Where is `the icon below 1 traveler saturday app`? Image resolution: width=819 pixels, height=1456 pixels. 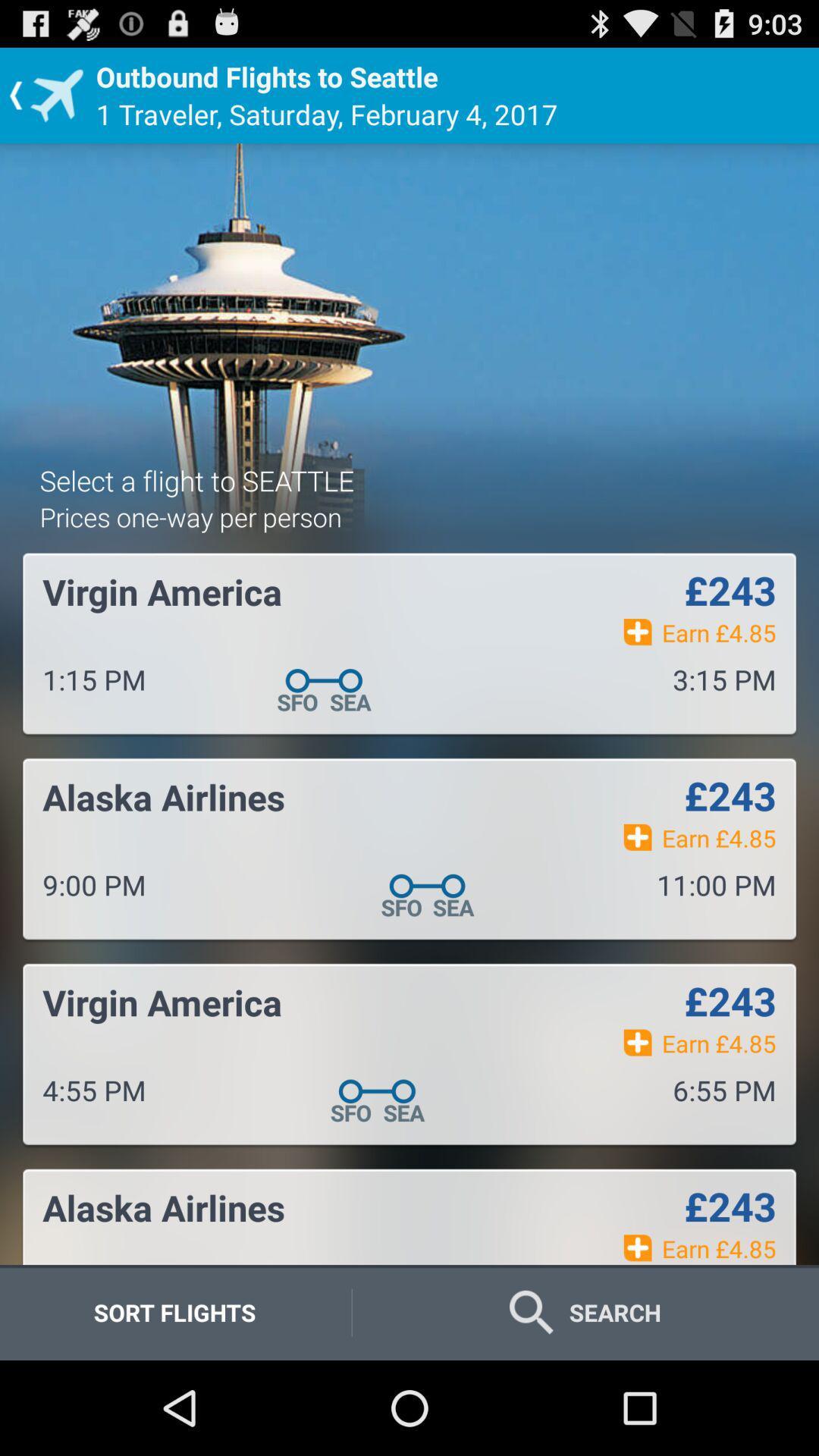
the icon below 1 traveler saturday app is located at coordinates (196, 479).